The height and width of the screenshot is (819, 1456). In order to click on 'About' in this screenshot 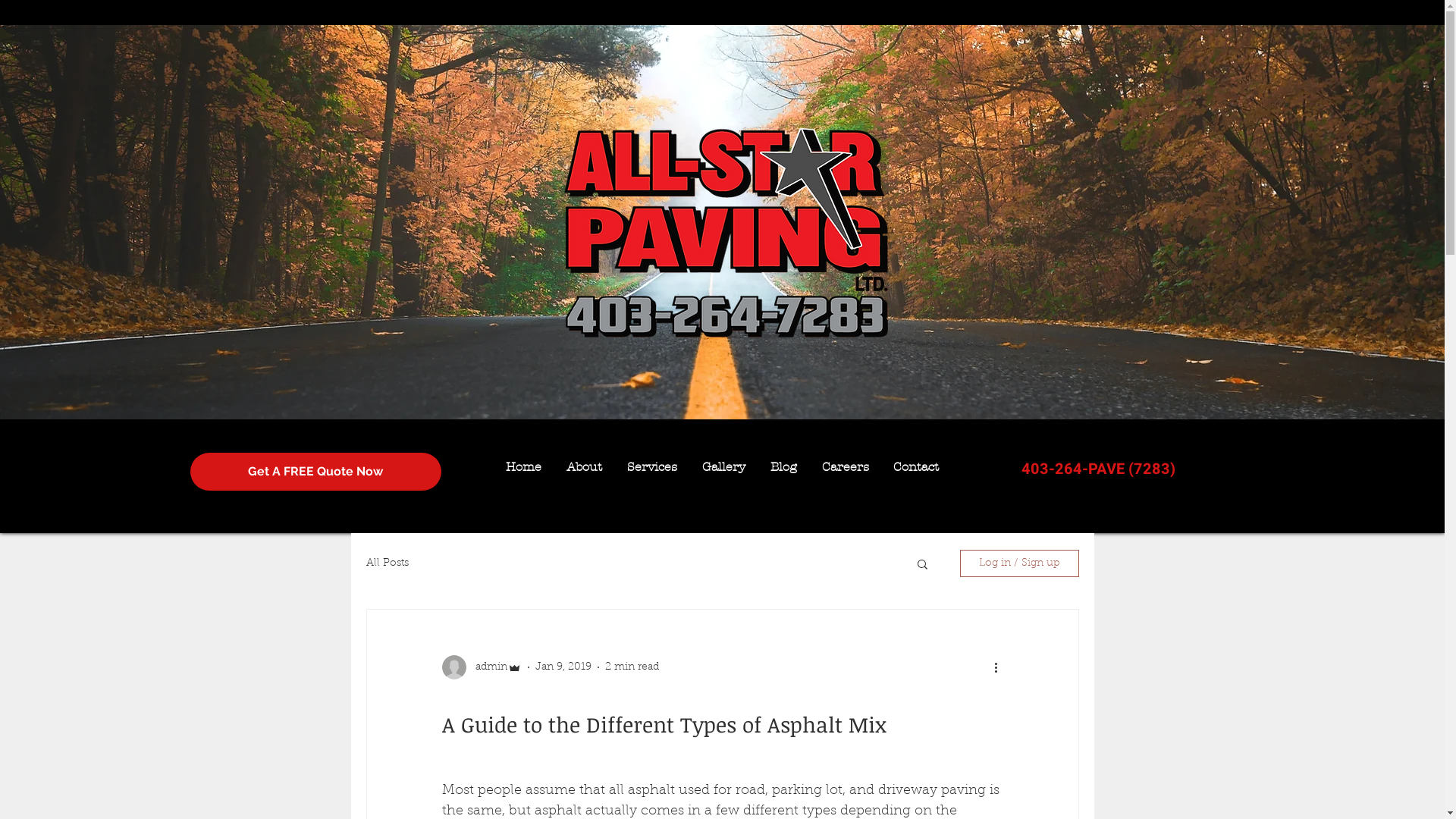, I will do `click(582, 466)`.